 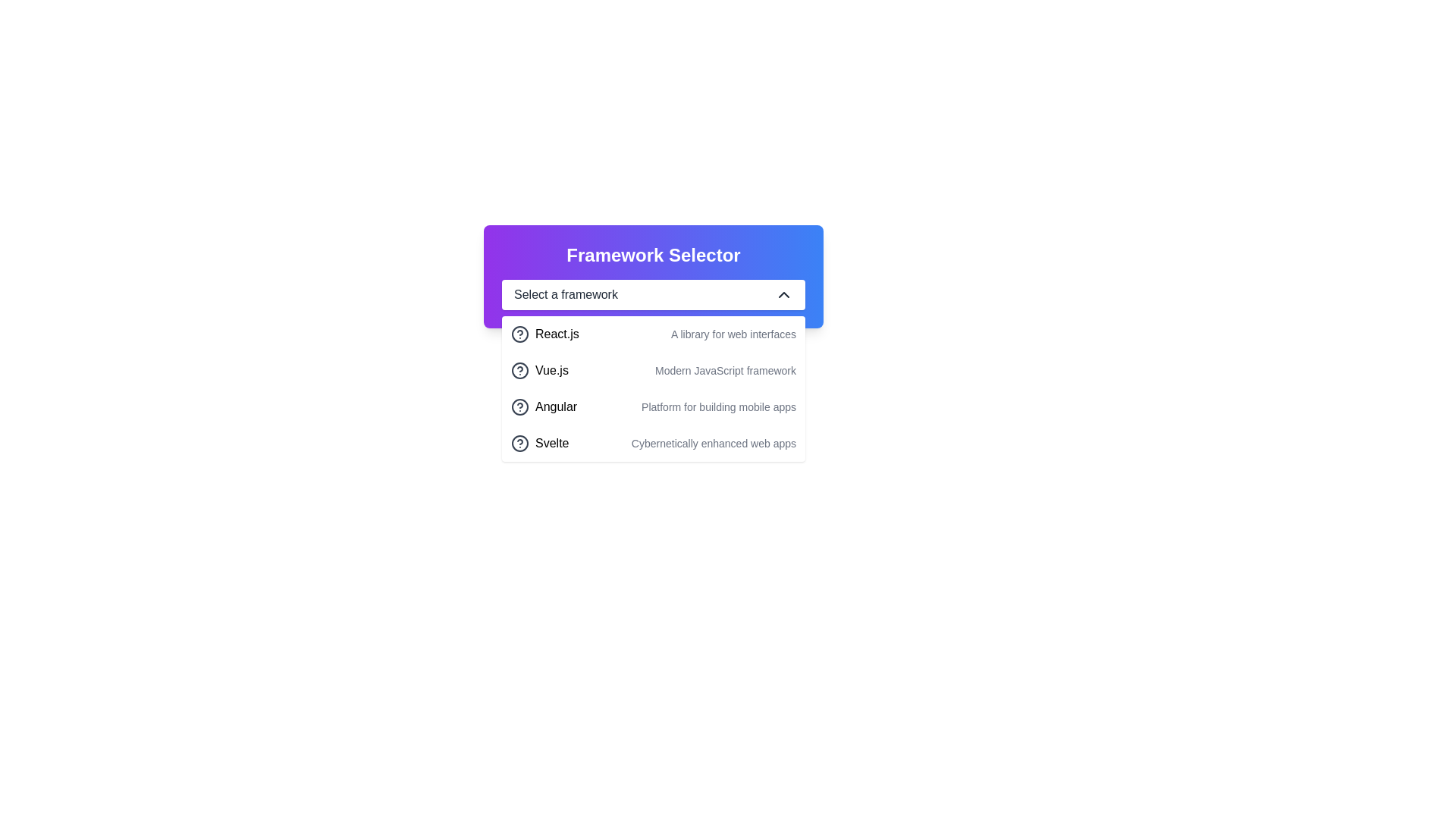 What do you see at coordinates (555, 406) in the screenshot?
I see `the 'Angular' text label, which is the third item in the 'Framework Selector' dropdown menu` at bounding box center [555, 406].